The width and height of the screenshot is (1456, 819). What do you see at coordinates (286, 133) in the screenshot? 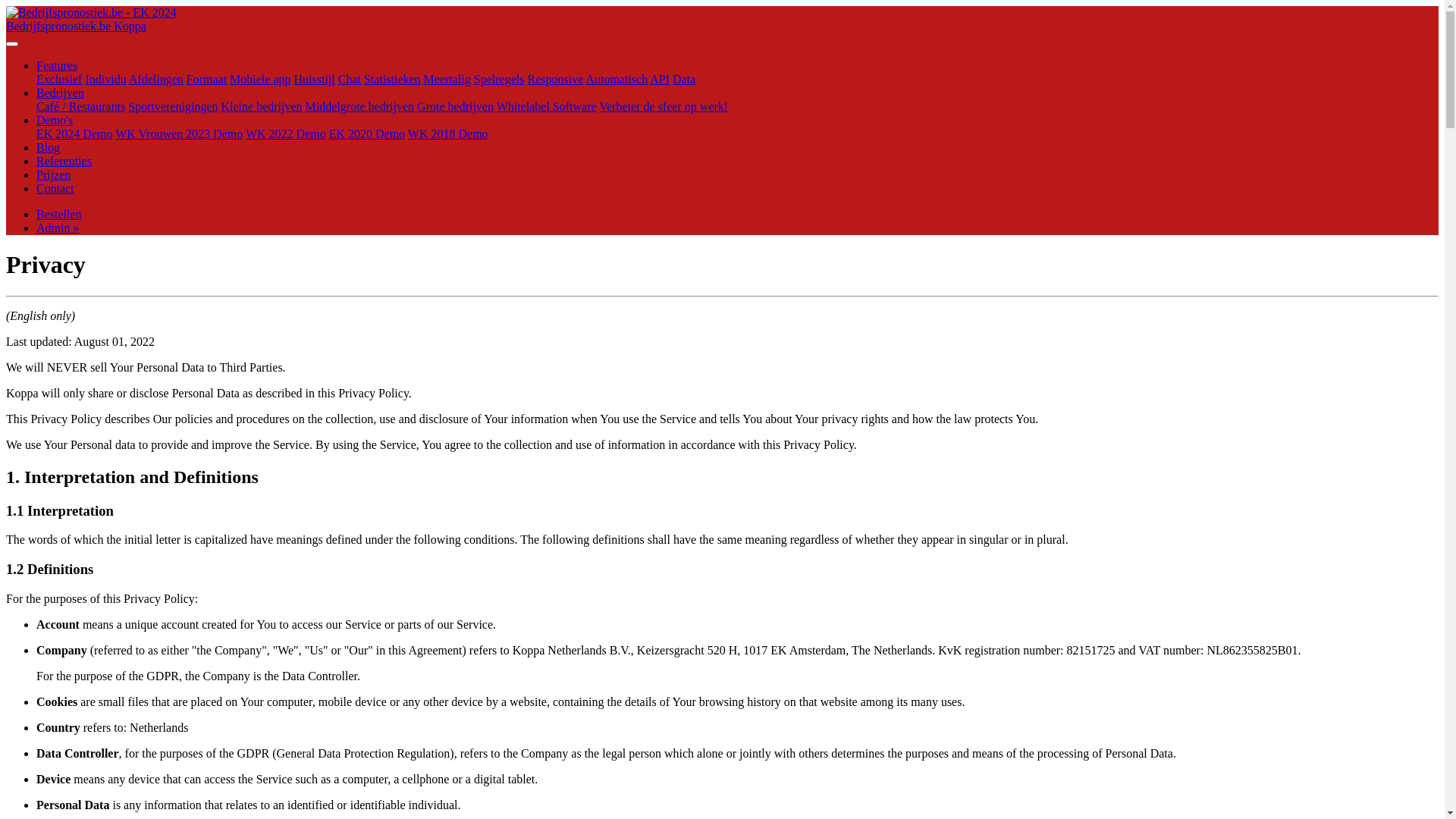
I see `'WK 2022 Demo'` at bounding box center [286, 133].